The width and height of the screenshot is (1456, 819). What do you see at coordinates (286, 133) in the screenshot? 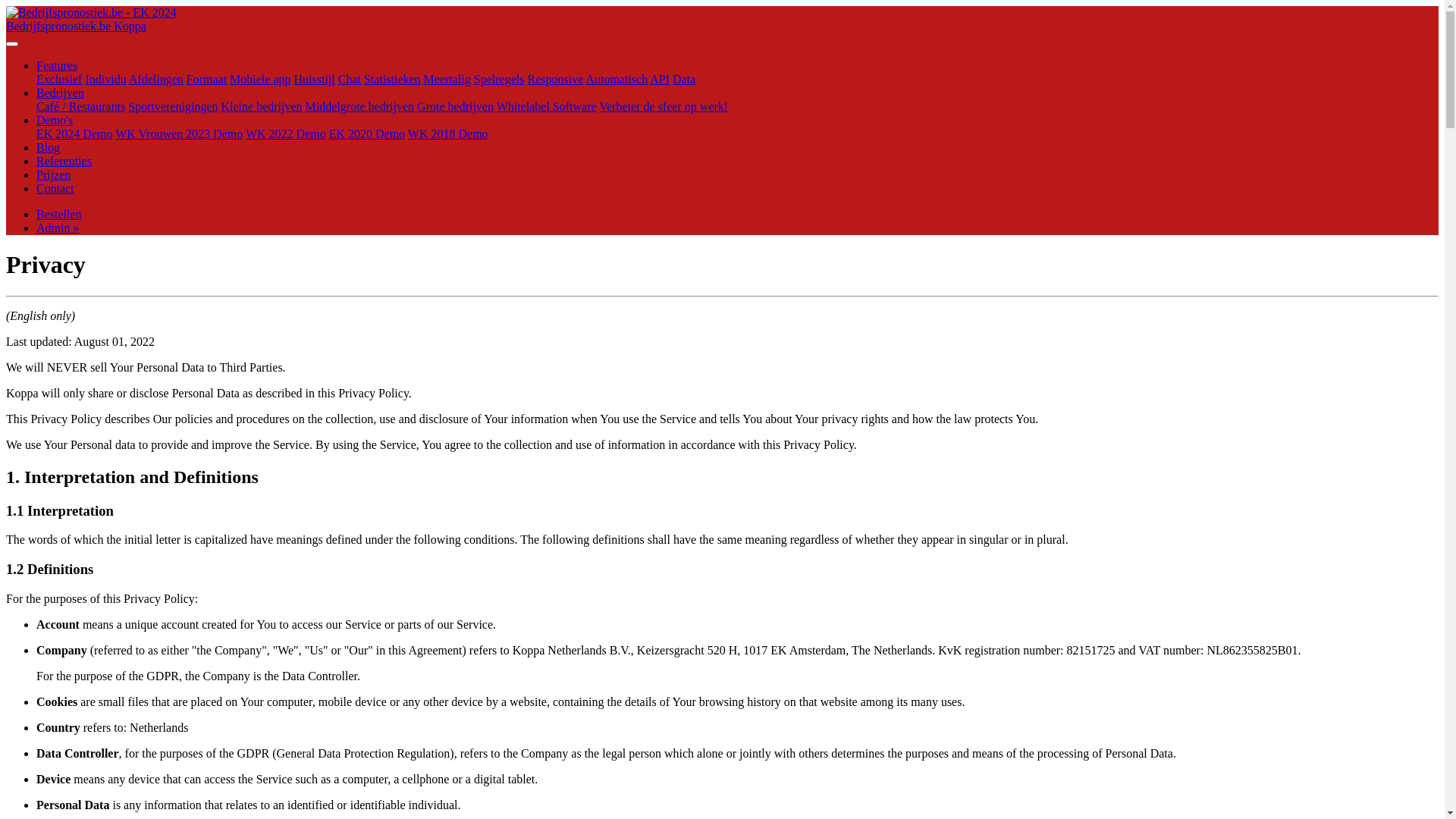
I see `'WK 2022 Demo'` at bounding box center [286, 133].